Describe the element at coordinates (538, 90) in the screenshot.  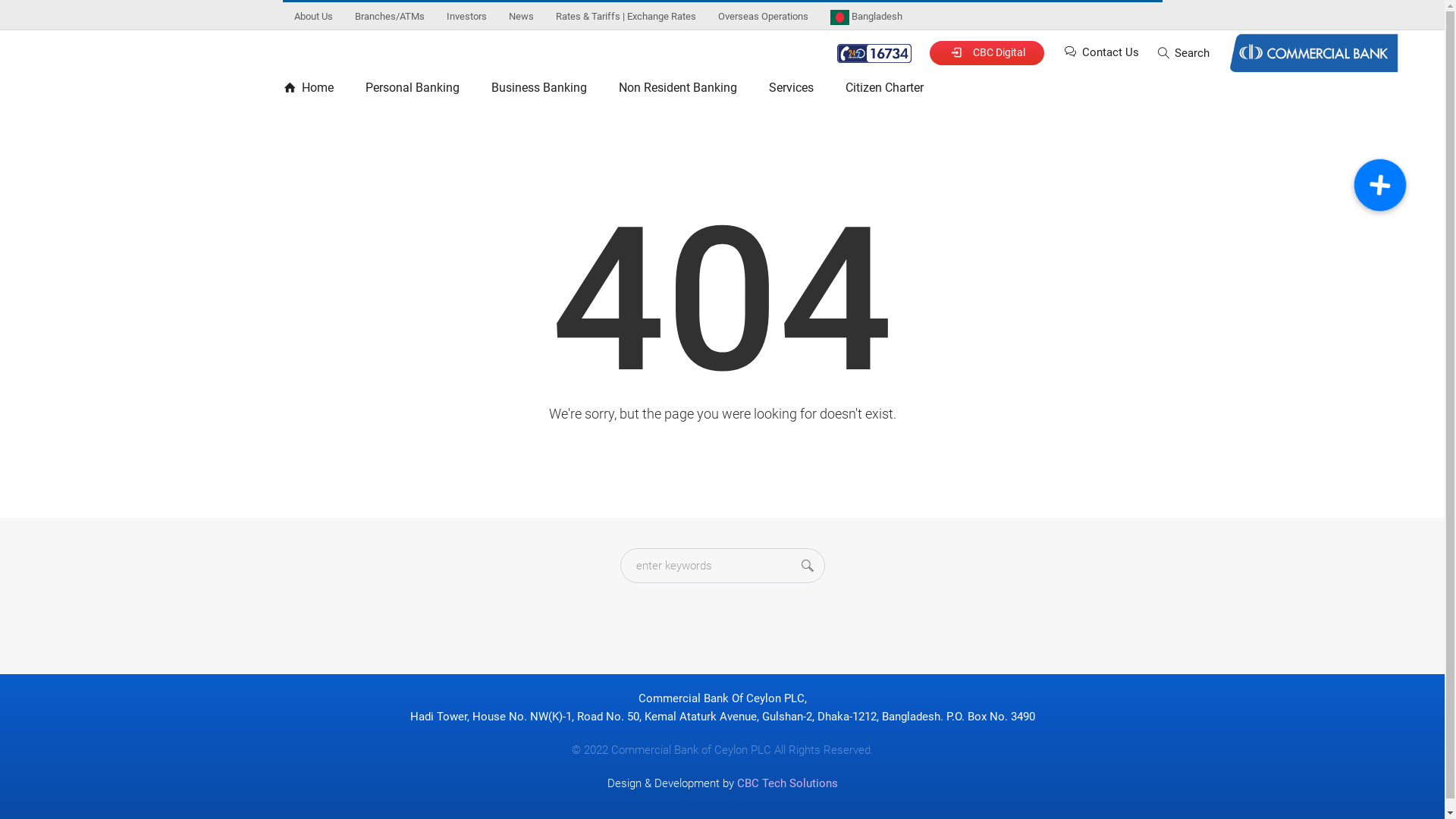
I see `'Business Banking'` at that location.